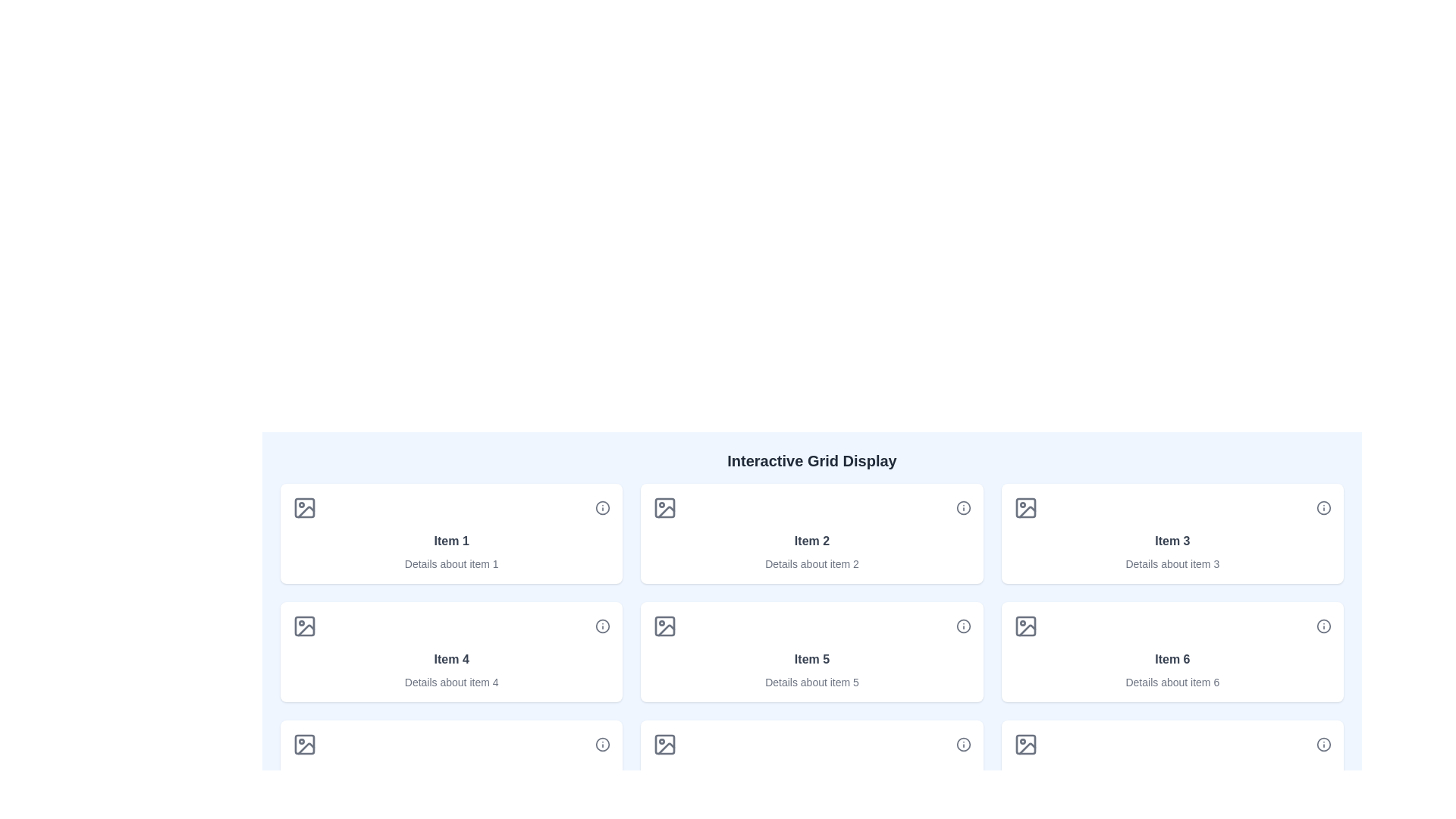  Describe the element at coordinates (304, 508) in the screenshot. I see `the small image icon located in the top-left corner of the interface's grid layout, specifically within the first card labeled 'Item 1', which resembles an image placeholder and is styled in a gray tone` at that location.